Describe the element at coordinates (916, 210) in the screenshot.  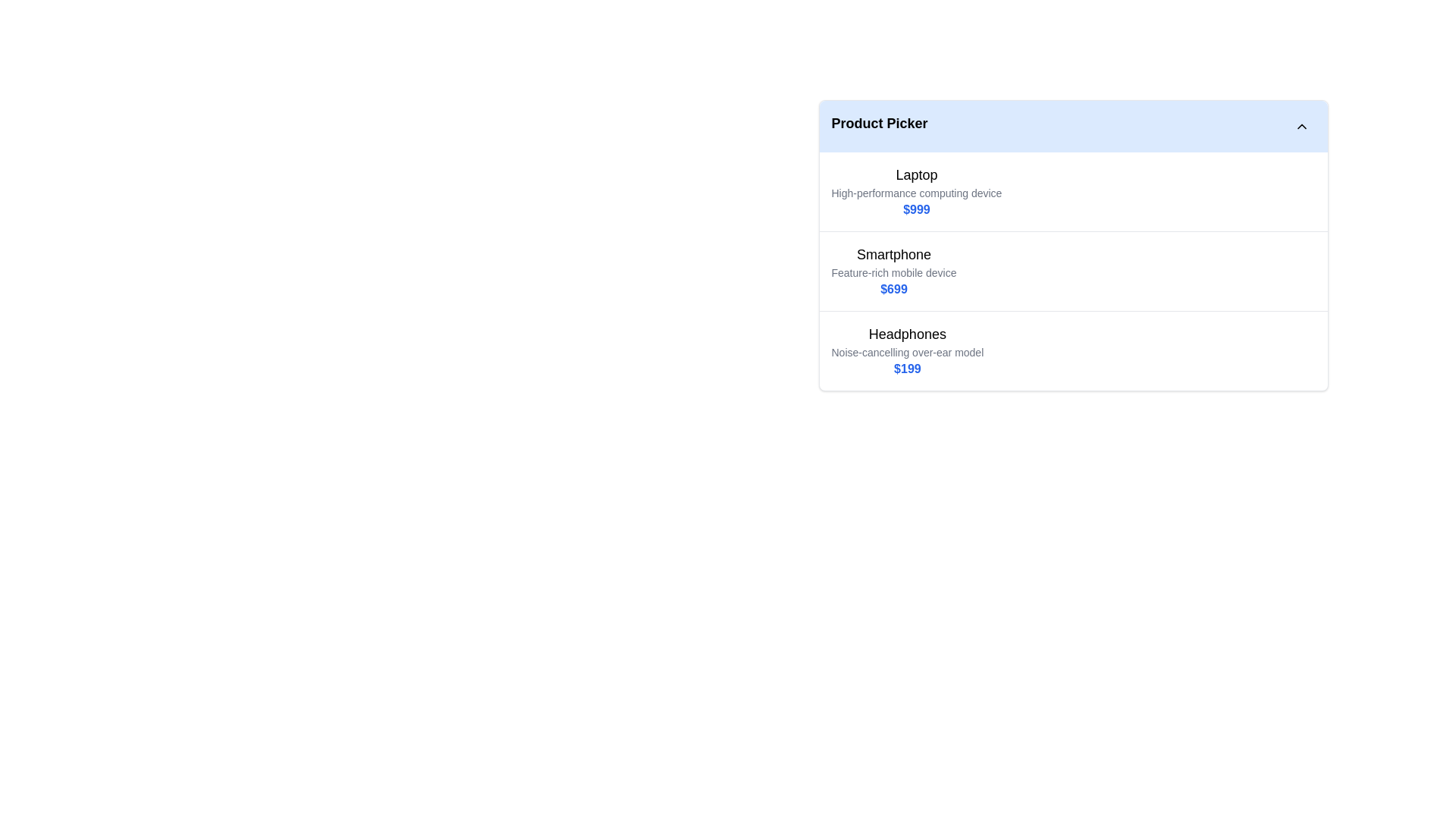
I see `the static text displaying '$999' styled in blue color and bold font, located below the description of a laptop model in the 'Product Picker' section` at that location.